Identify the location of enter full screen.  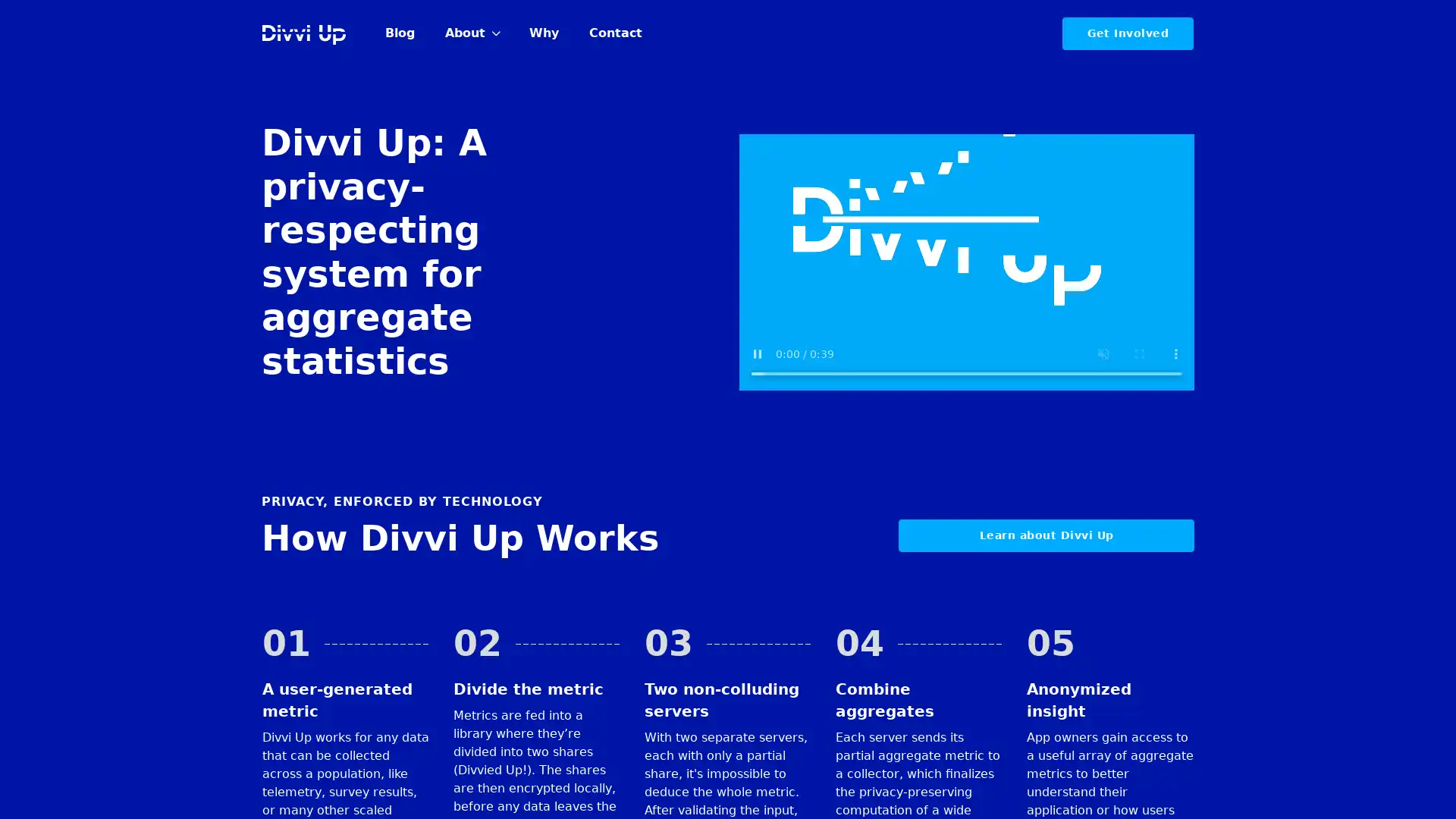
(1139, 353).